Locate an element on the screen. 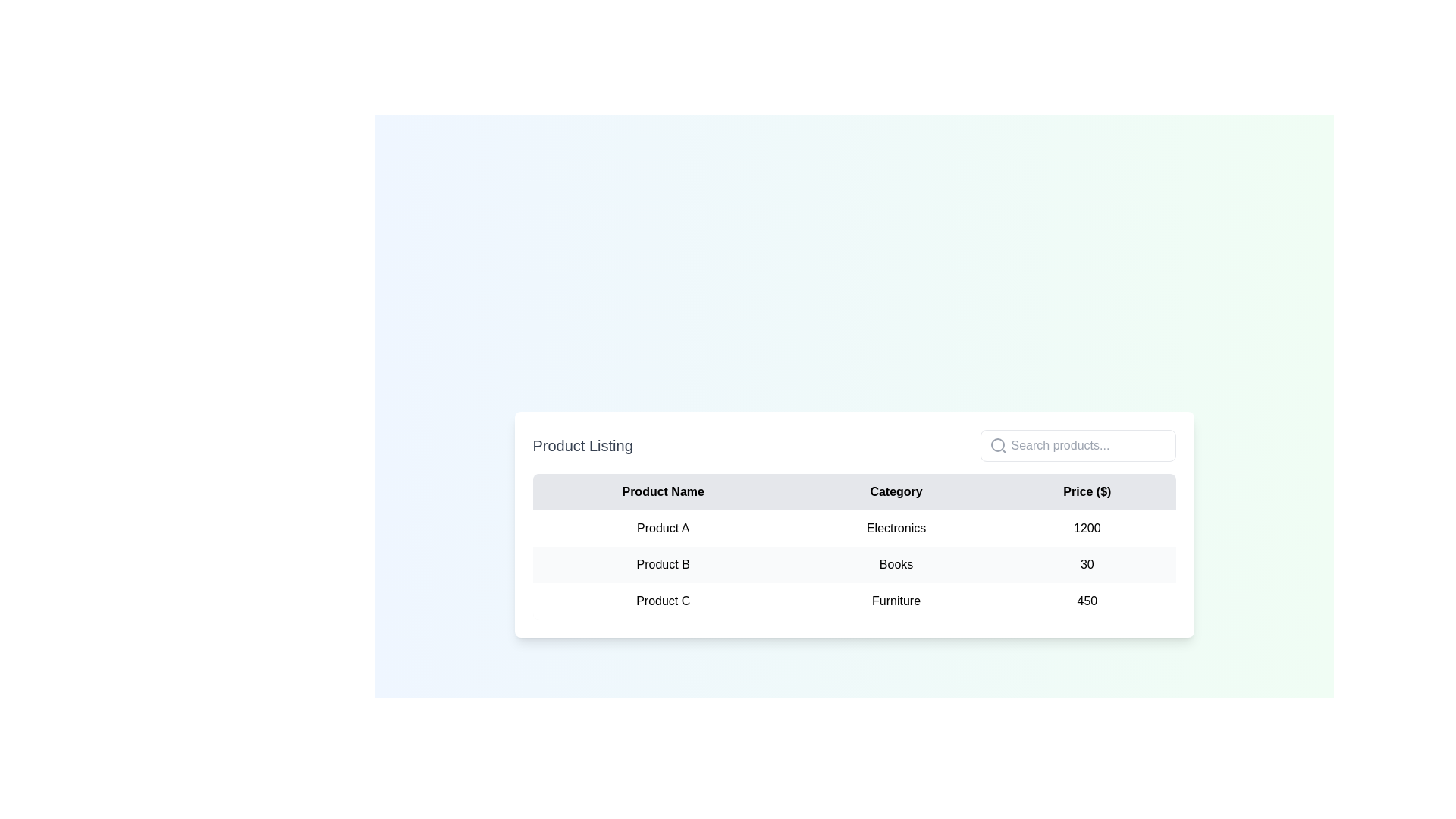  the search input box featuring a magnifying glass icon and placeholder text 'Search products...' to focus on it is located at coordinates (1077, 444).